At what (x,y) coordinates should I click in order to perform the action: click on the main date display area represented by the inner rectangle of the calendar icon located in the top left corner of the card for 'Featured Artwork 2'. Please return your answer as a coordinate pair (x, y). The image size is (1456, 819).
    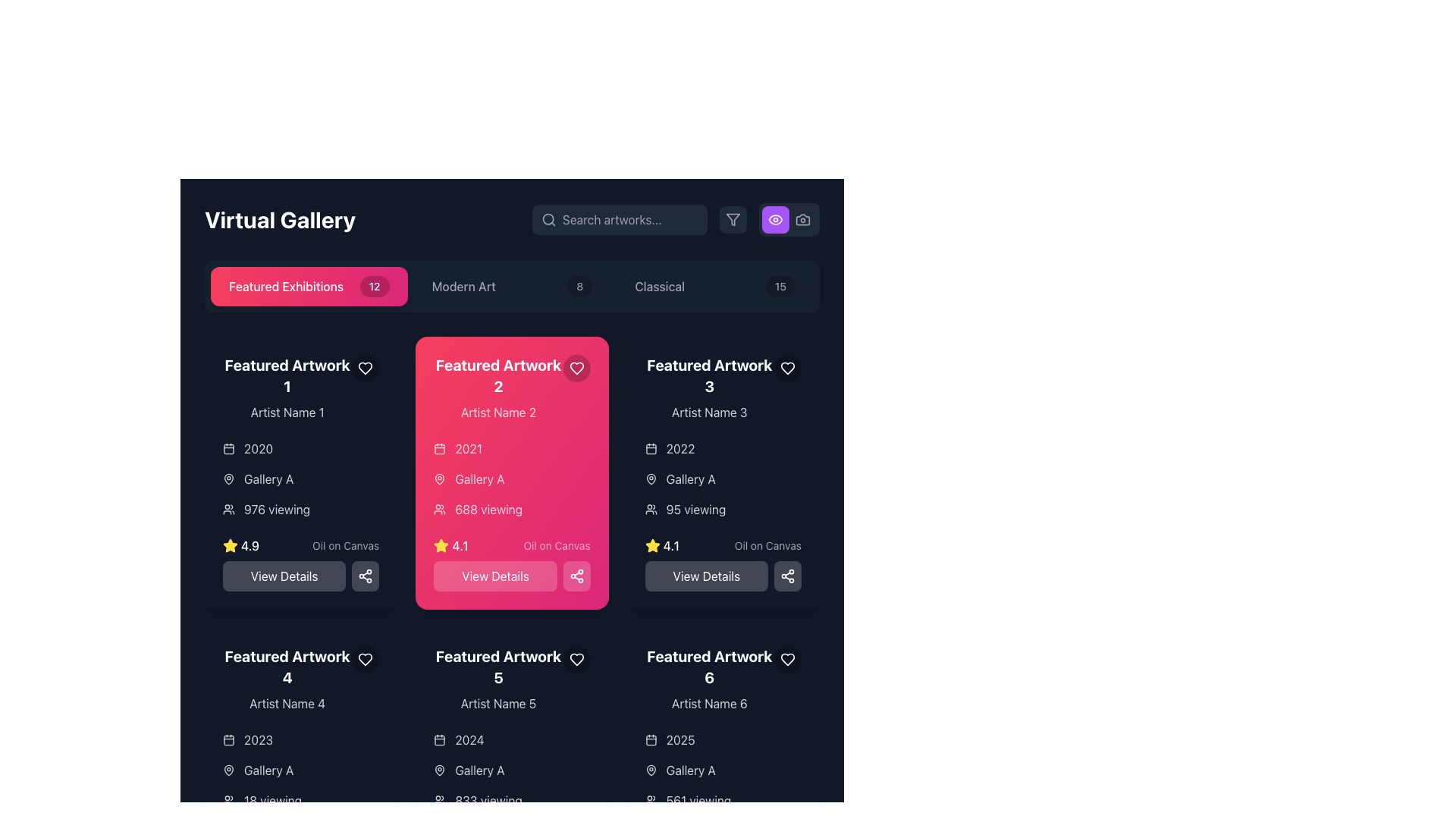
    Looking at the image, I should click on (651, 448).